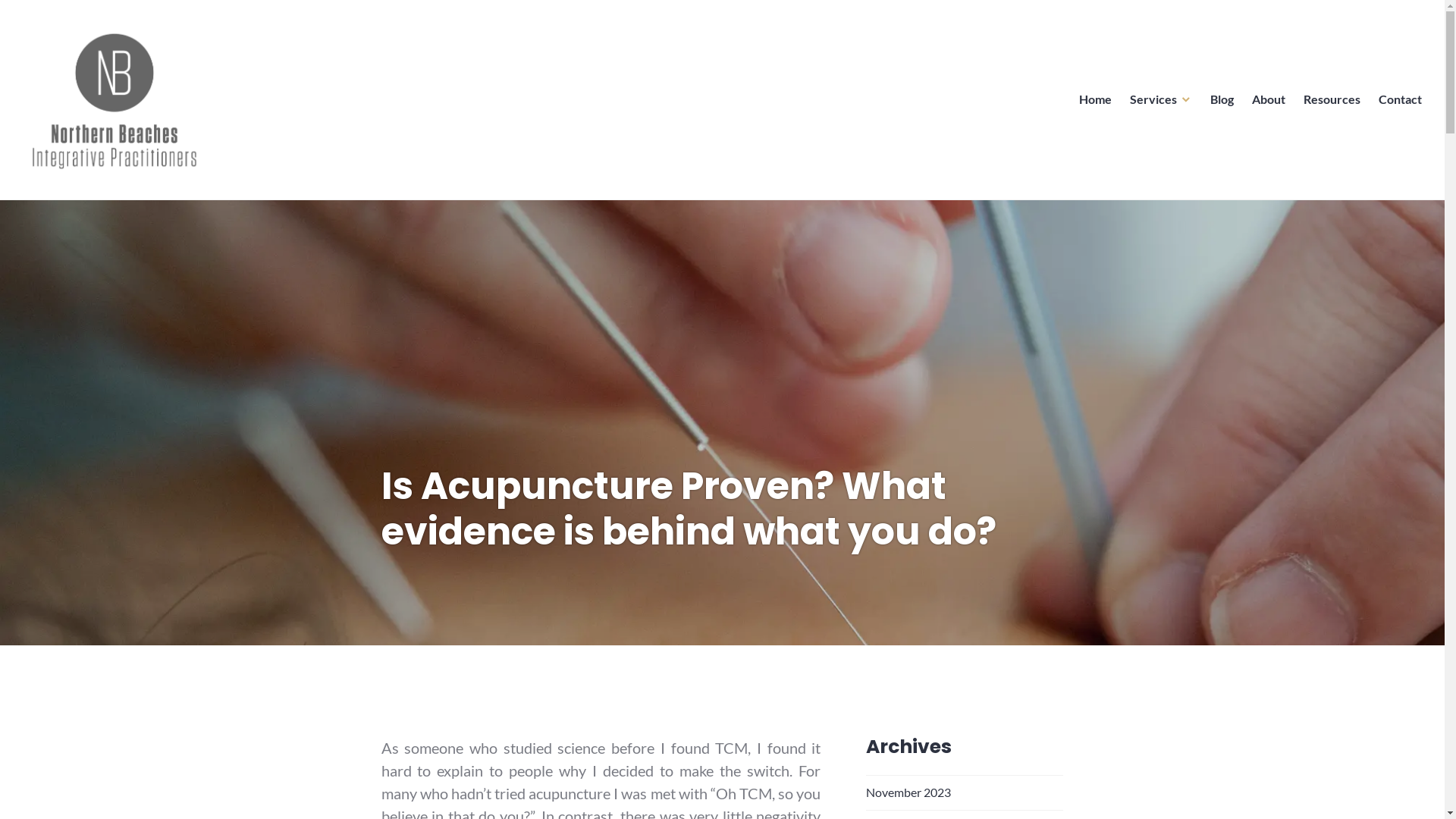 The width and height of the screenshot is (1456, 819). What do you see at coordinates (1095, 99) in the screenshot?
I see `'Home'` at bounding box center [1095, 99].